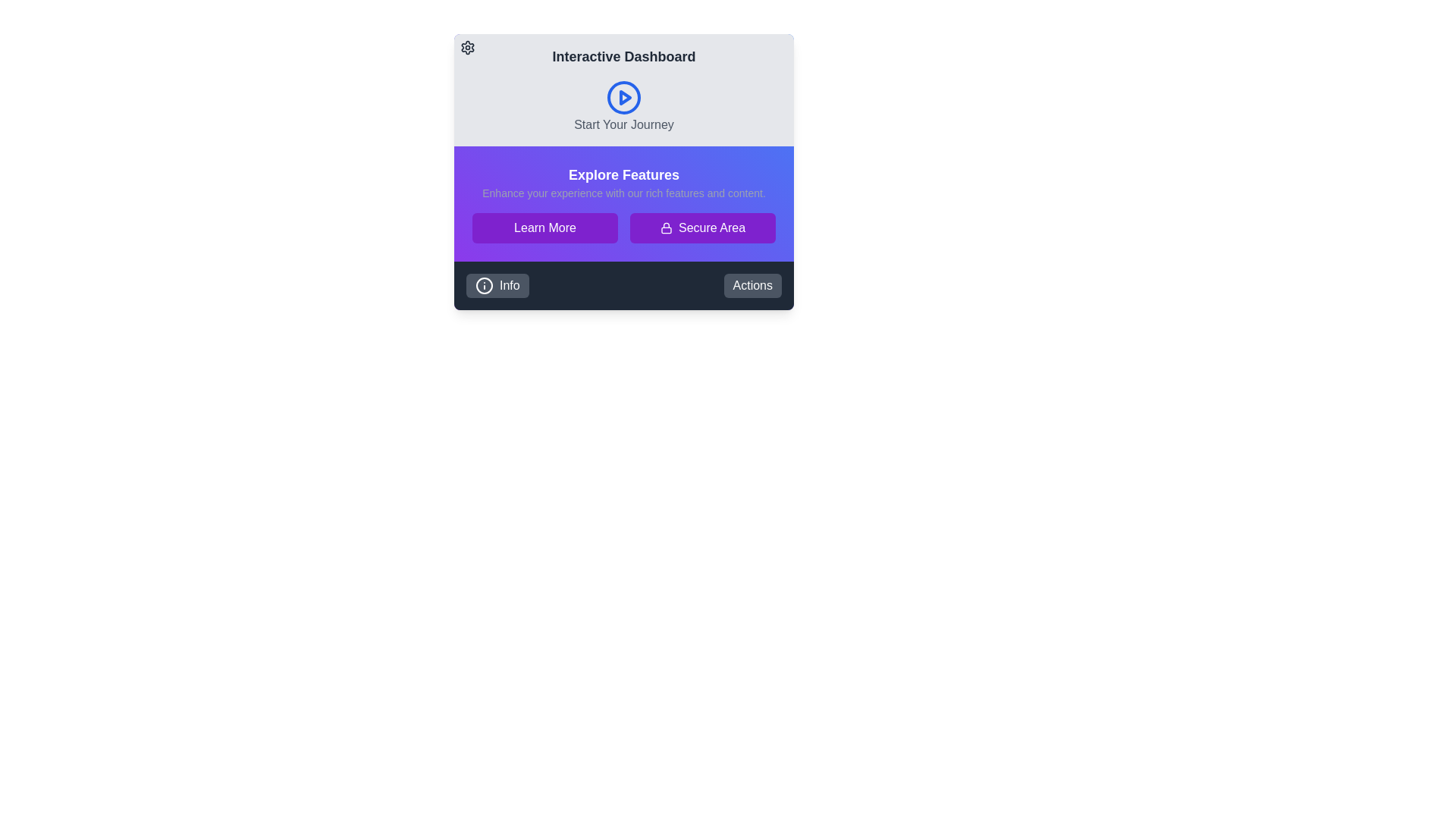 Image resolution: width=1456 pixels, height=819 pixels. I want to click on the play button located centrally below 'Interactive Dashboard' and above 'Start Your Journey' to initiate a video or animation, so click(623, 97).